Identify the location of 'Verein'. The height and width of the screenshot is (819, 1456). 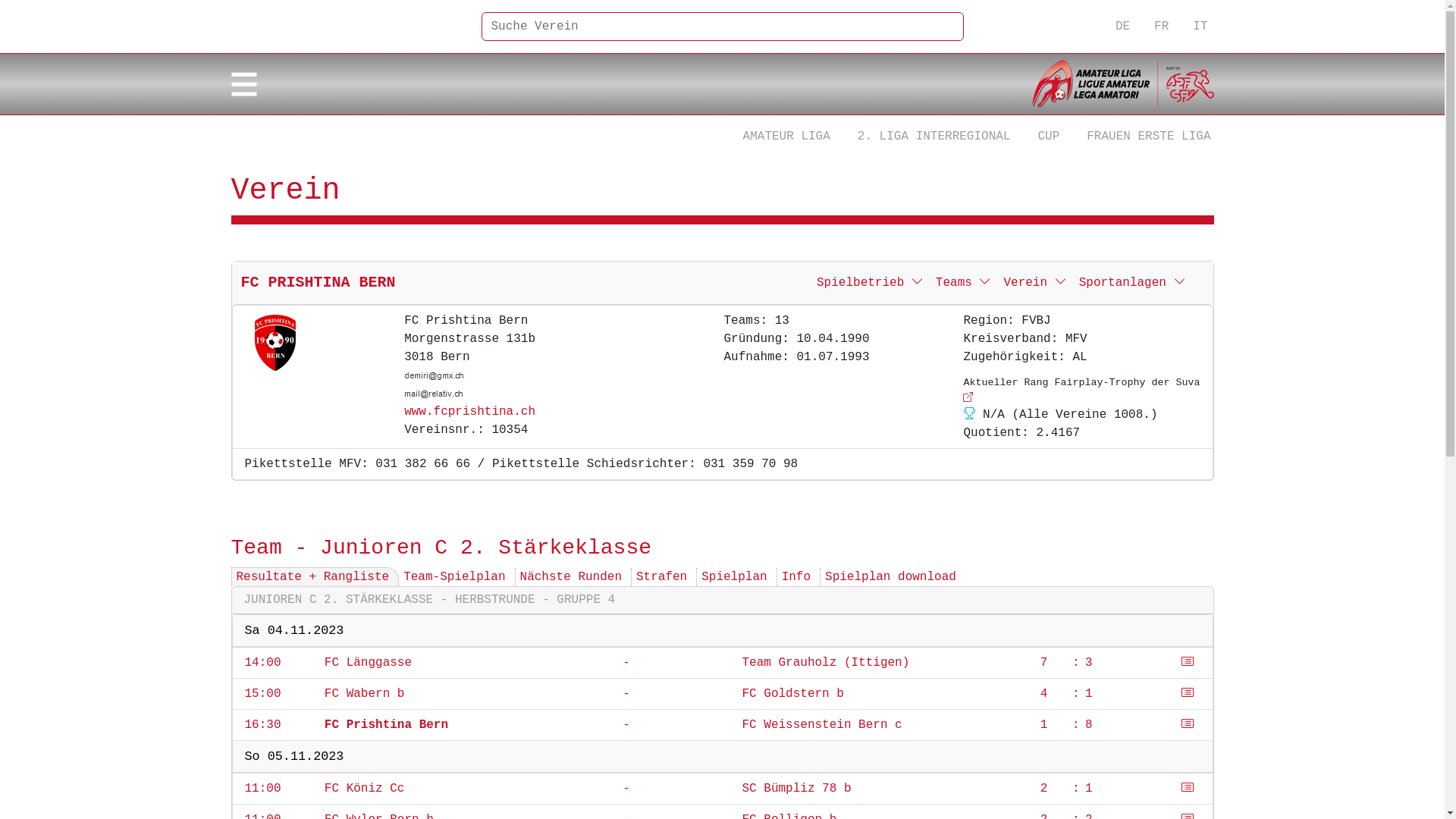
(997, 283).